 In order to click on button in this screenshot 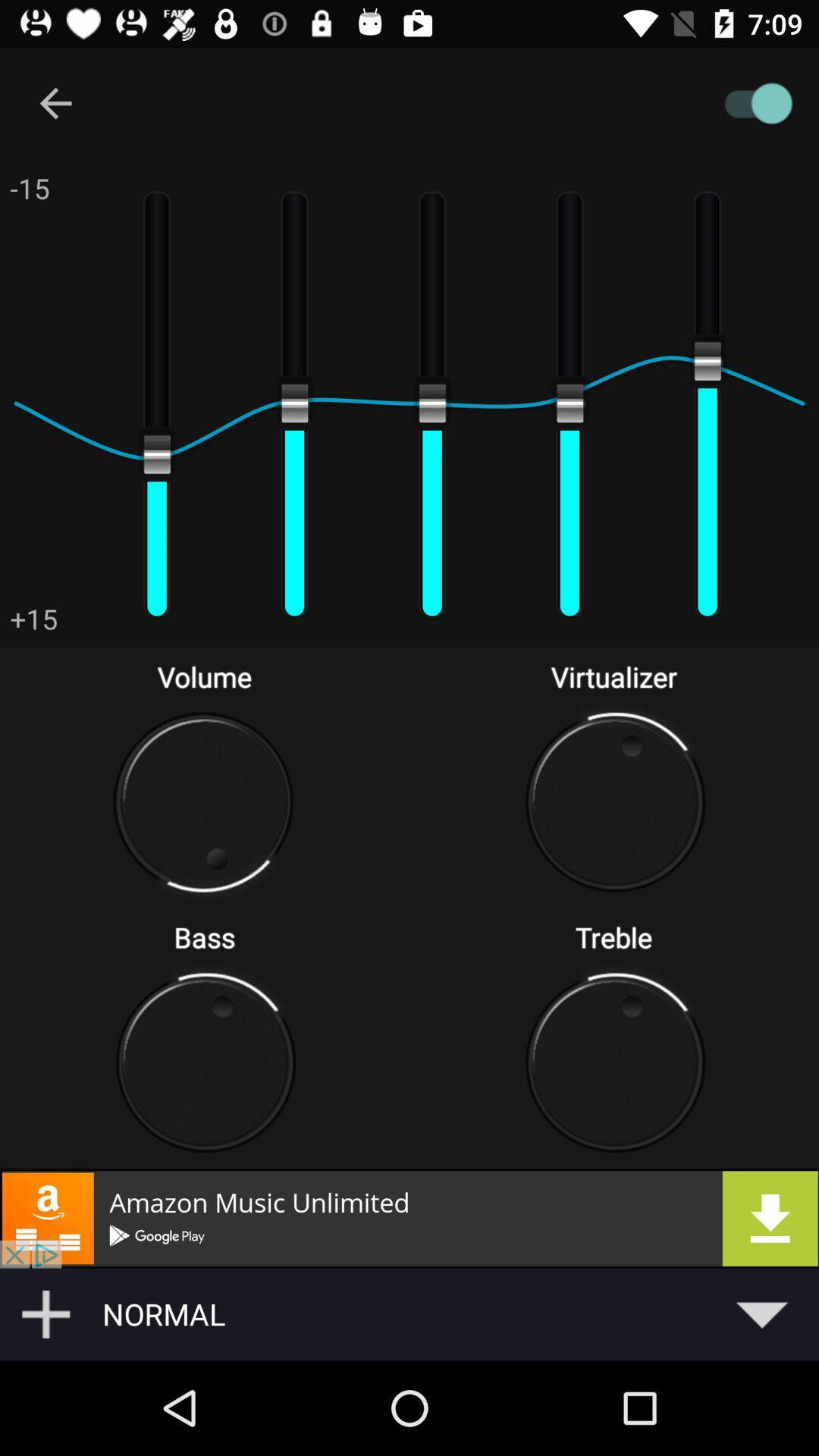, I will do `click(45, 1313)`.